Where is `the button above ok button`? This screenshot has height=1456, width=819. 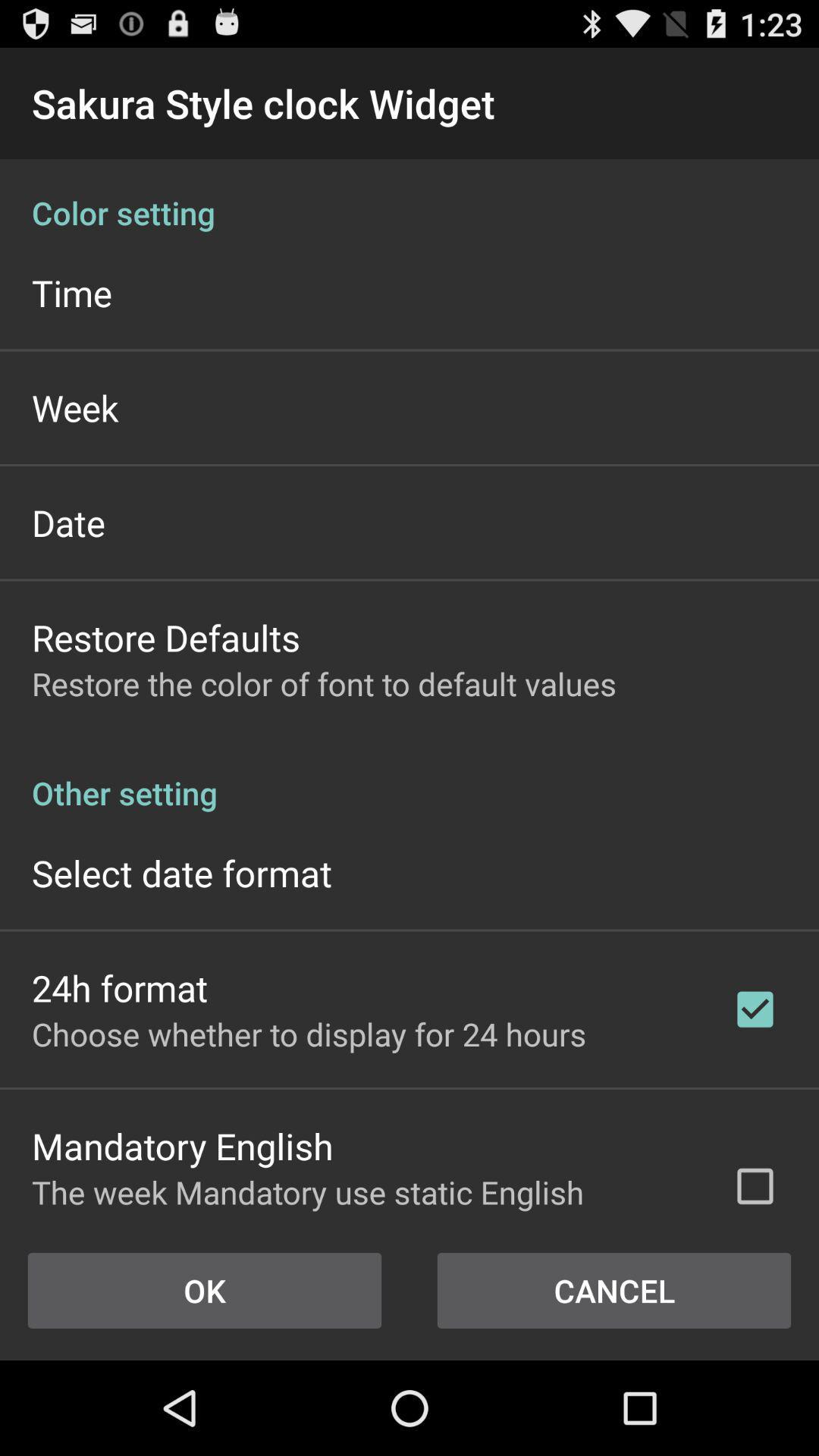 the button above ok button is located at coordinates (362, 1194).